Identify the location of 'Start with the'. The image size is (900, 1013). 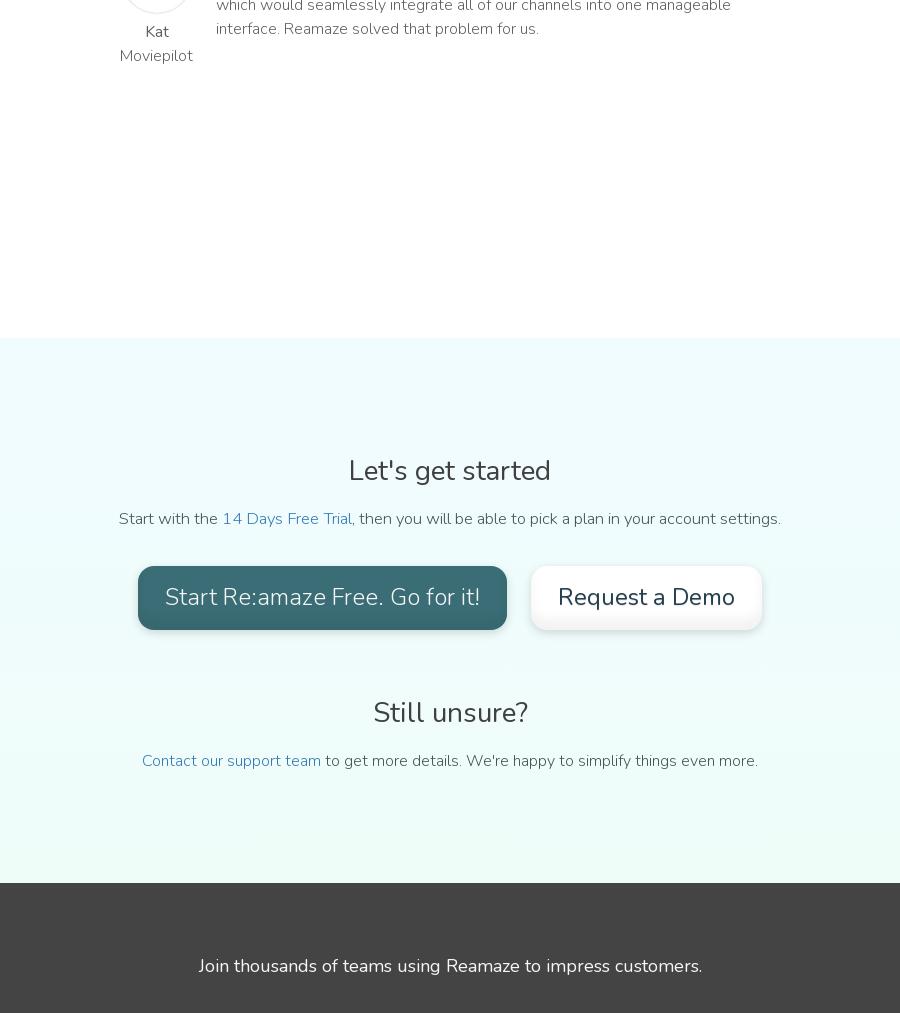
(170, 518).